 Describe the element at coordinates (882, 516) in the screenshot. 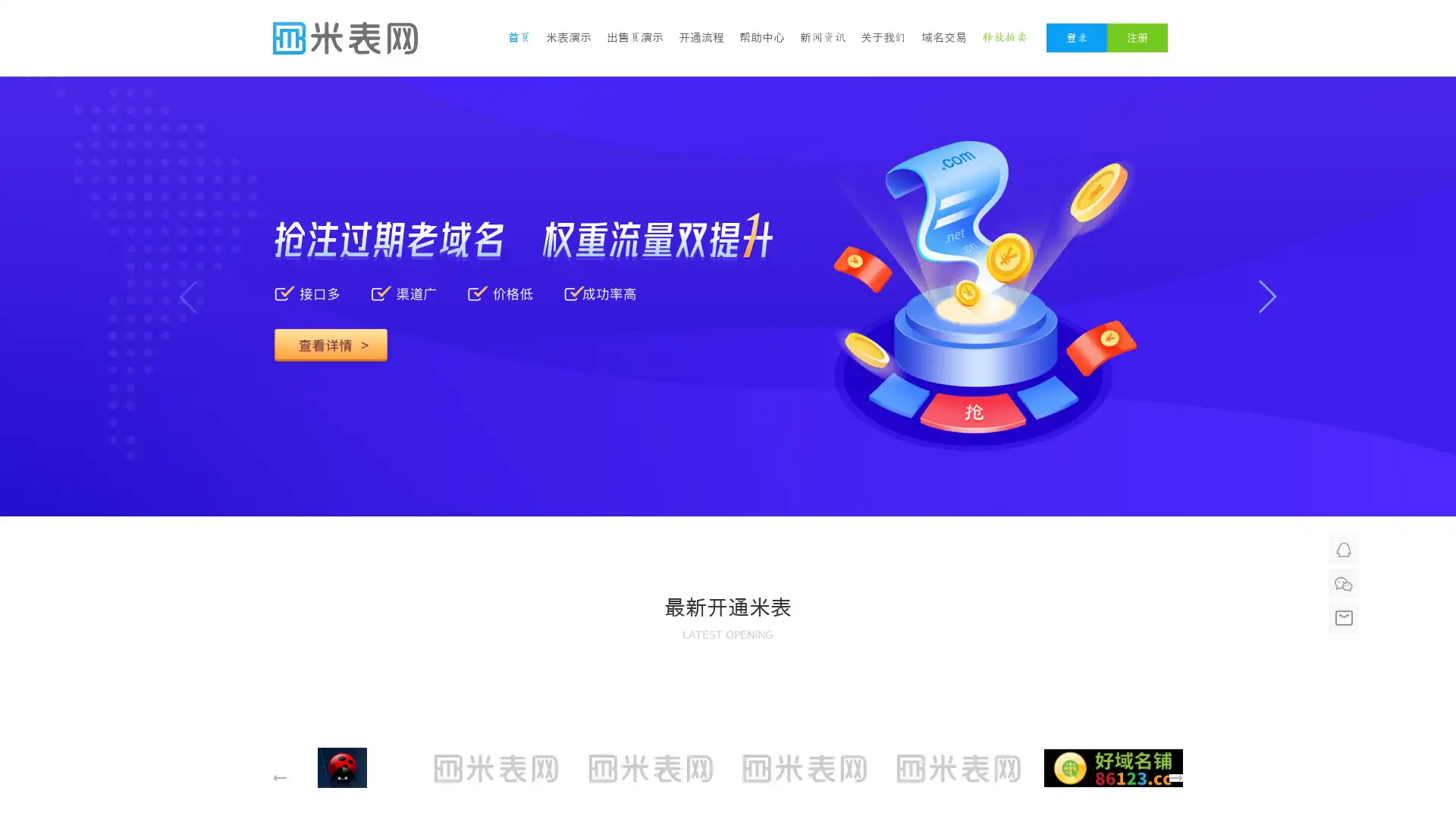

I see `Previous slide` at that location.